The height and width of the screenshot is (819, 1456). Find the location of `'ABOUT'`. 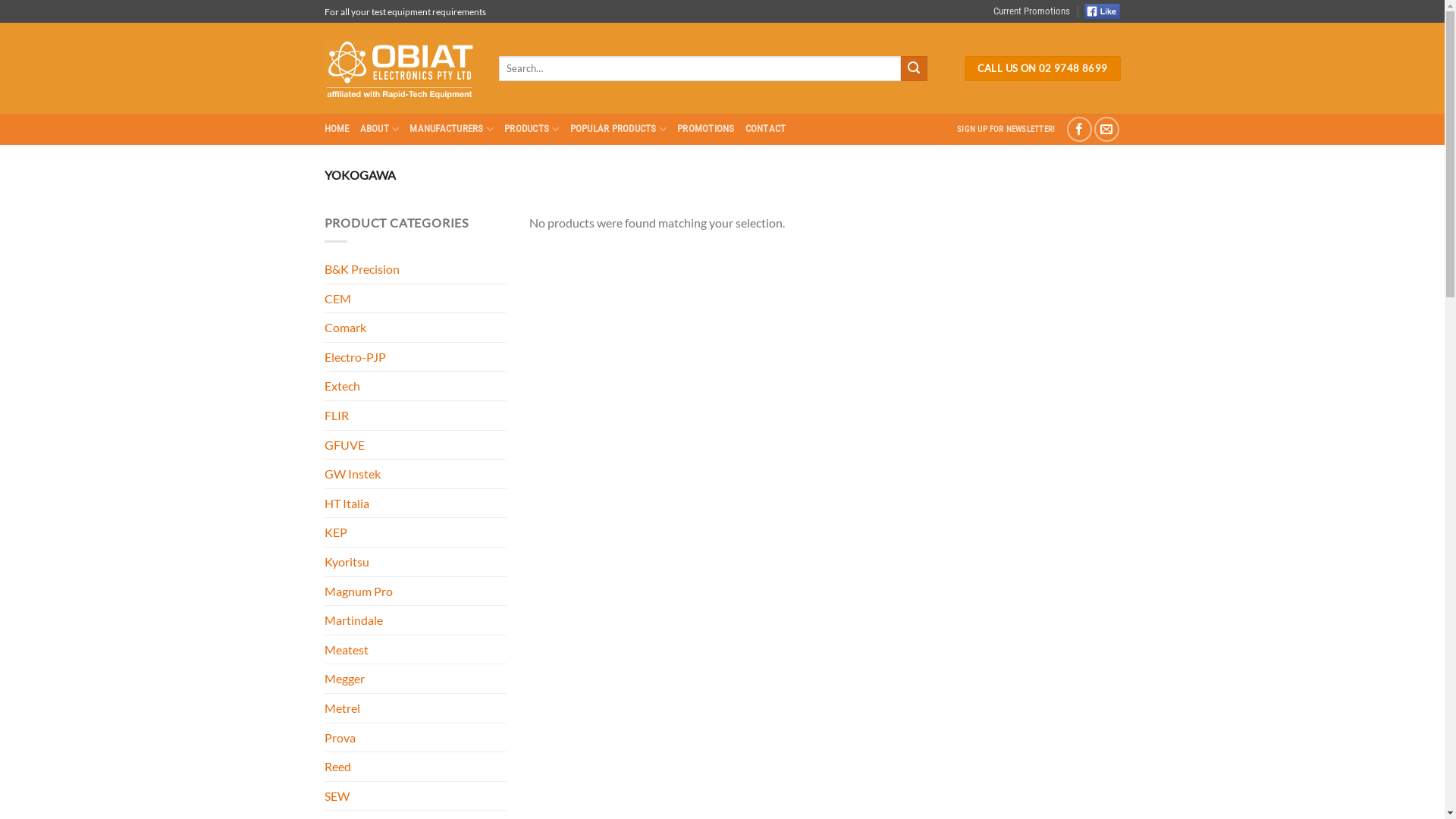

'ABOUT' is located at coordinates (359, 127).